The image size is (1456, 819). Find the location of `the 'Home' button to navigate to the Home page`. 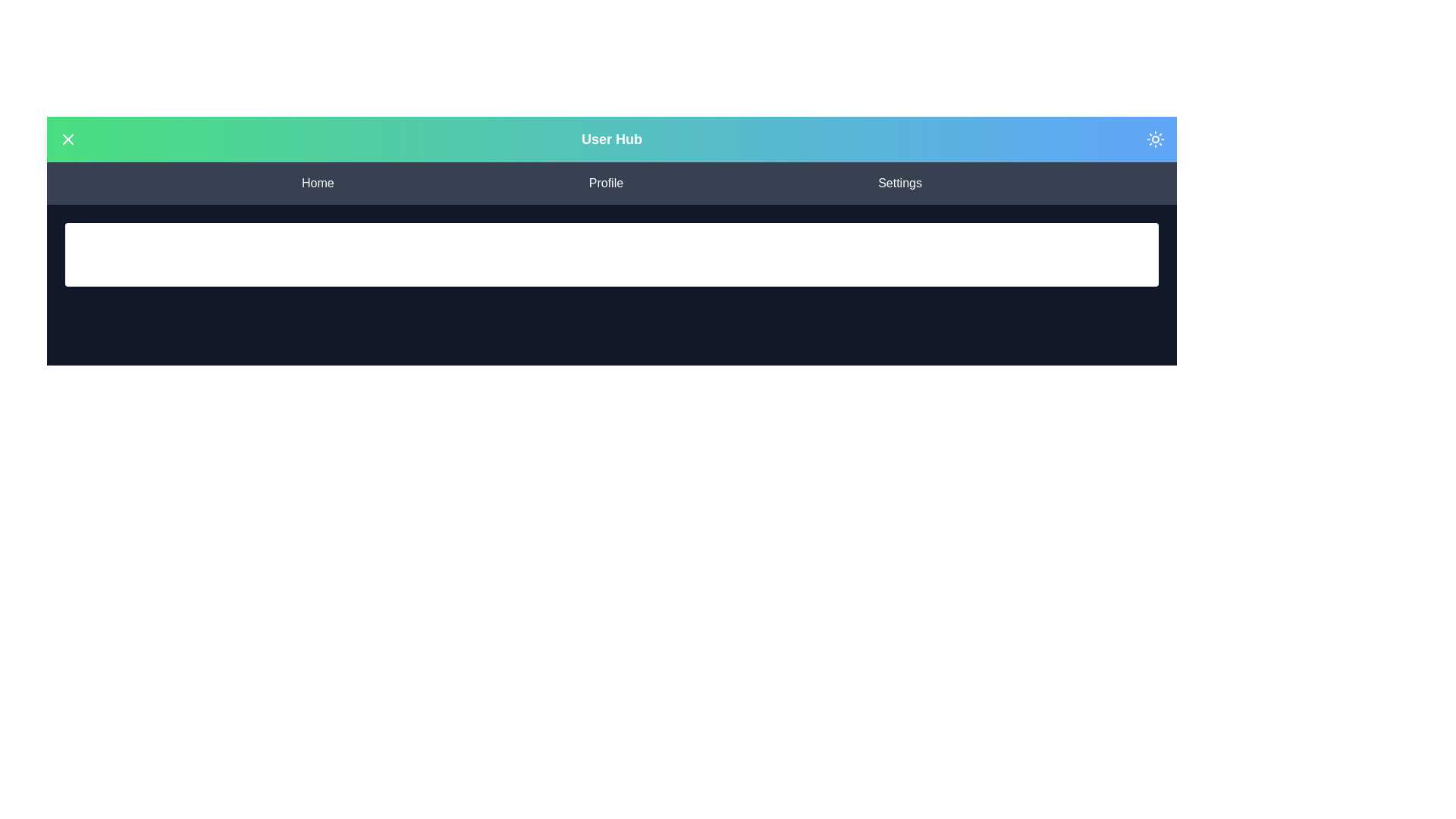

the 'Home' button to navigate to the Home page is located at coordinates (316, 183).